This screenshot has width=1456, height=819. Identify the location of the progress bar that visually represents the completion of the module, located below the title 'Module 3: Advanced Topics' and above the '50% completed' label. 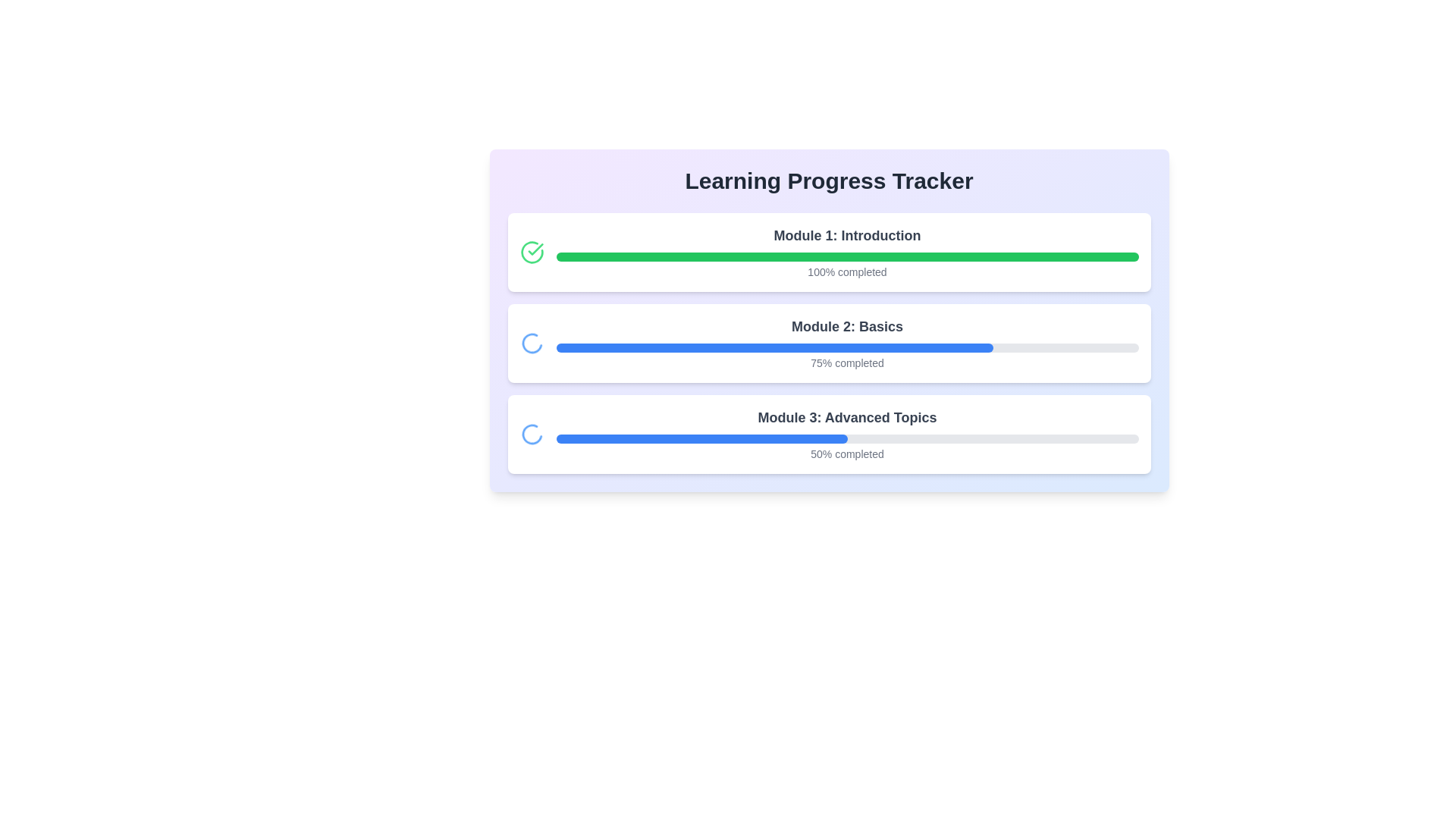
(846, 438).